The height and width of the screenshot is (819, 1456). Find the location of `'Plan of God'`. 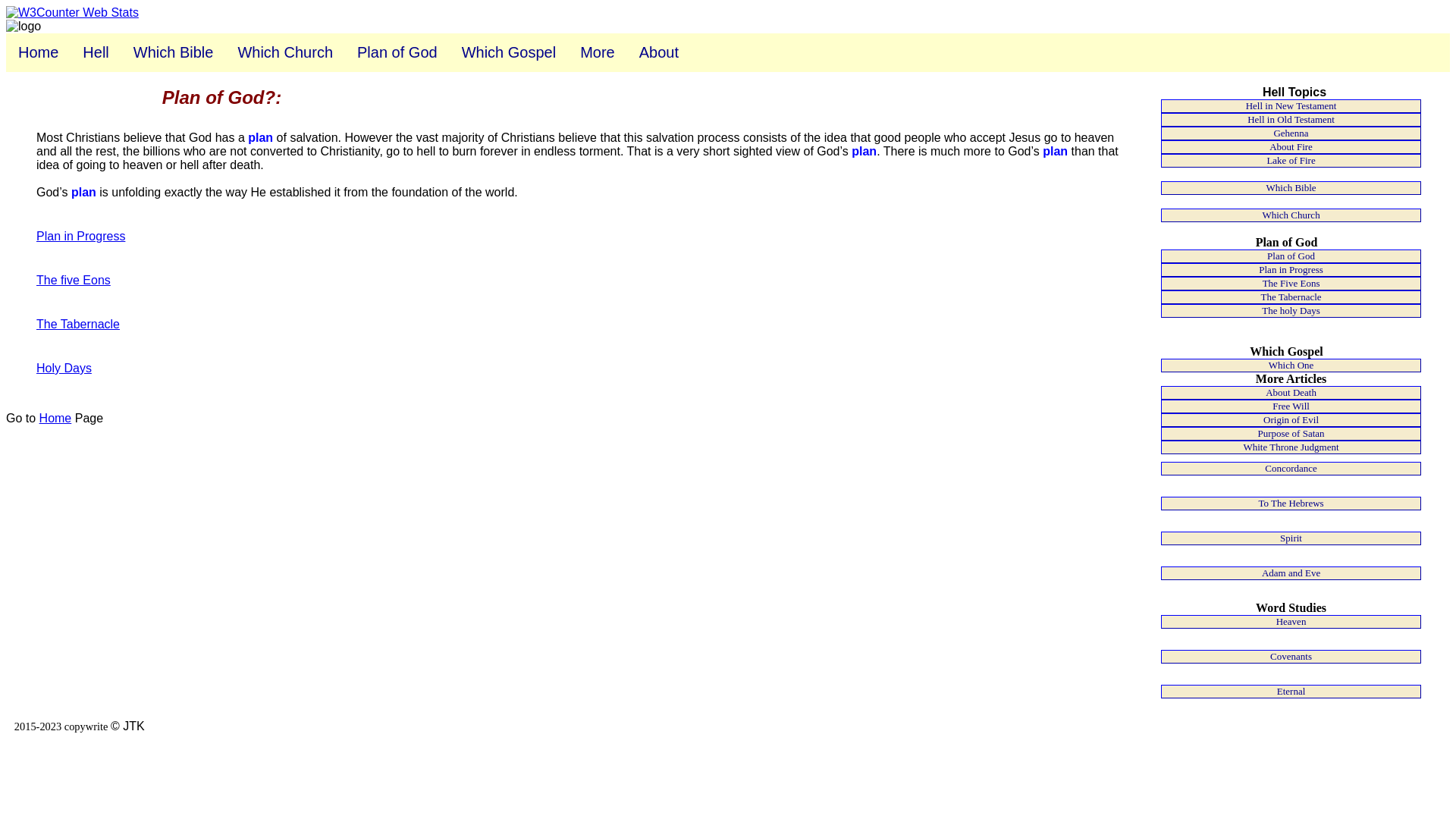

'Plan of God' is located at coordinates (397, 52).